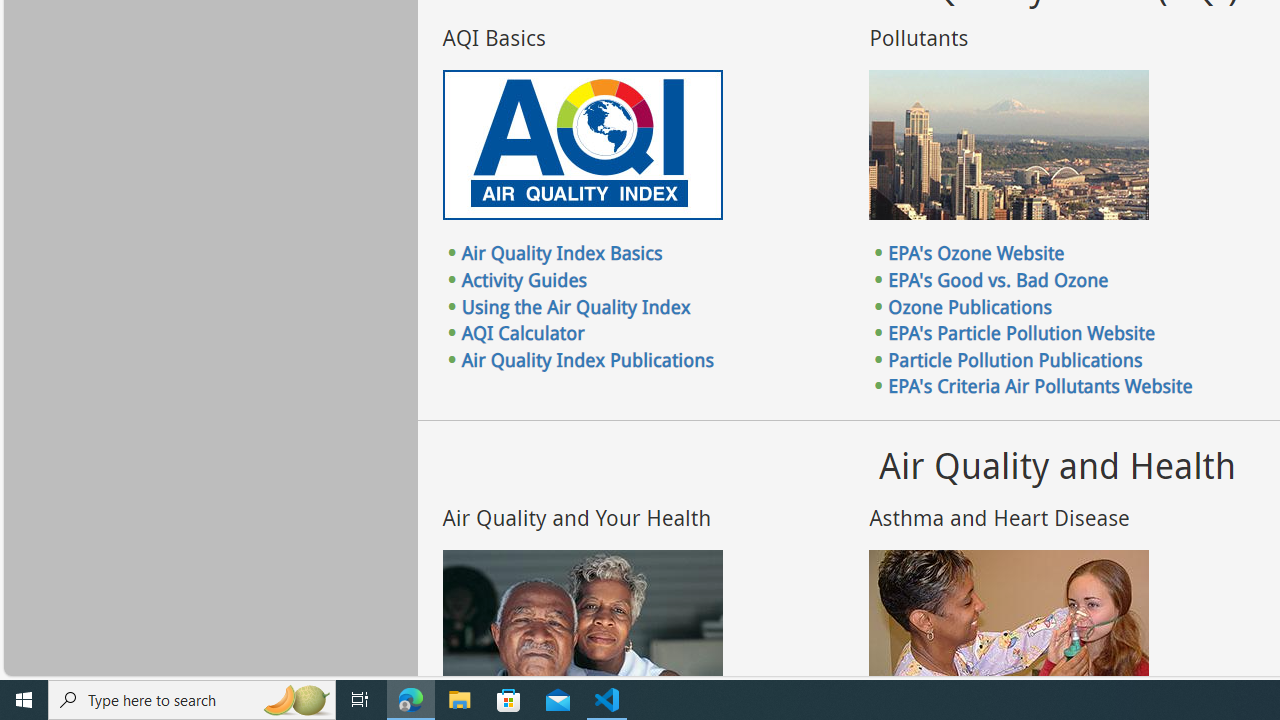 This screenshot has height=720, width=1280. I want to click on 'AQI Calculator', so click(522, 332).